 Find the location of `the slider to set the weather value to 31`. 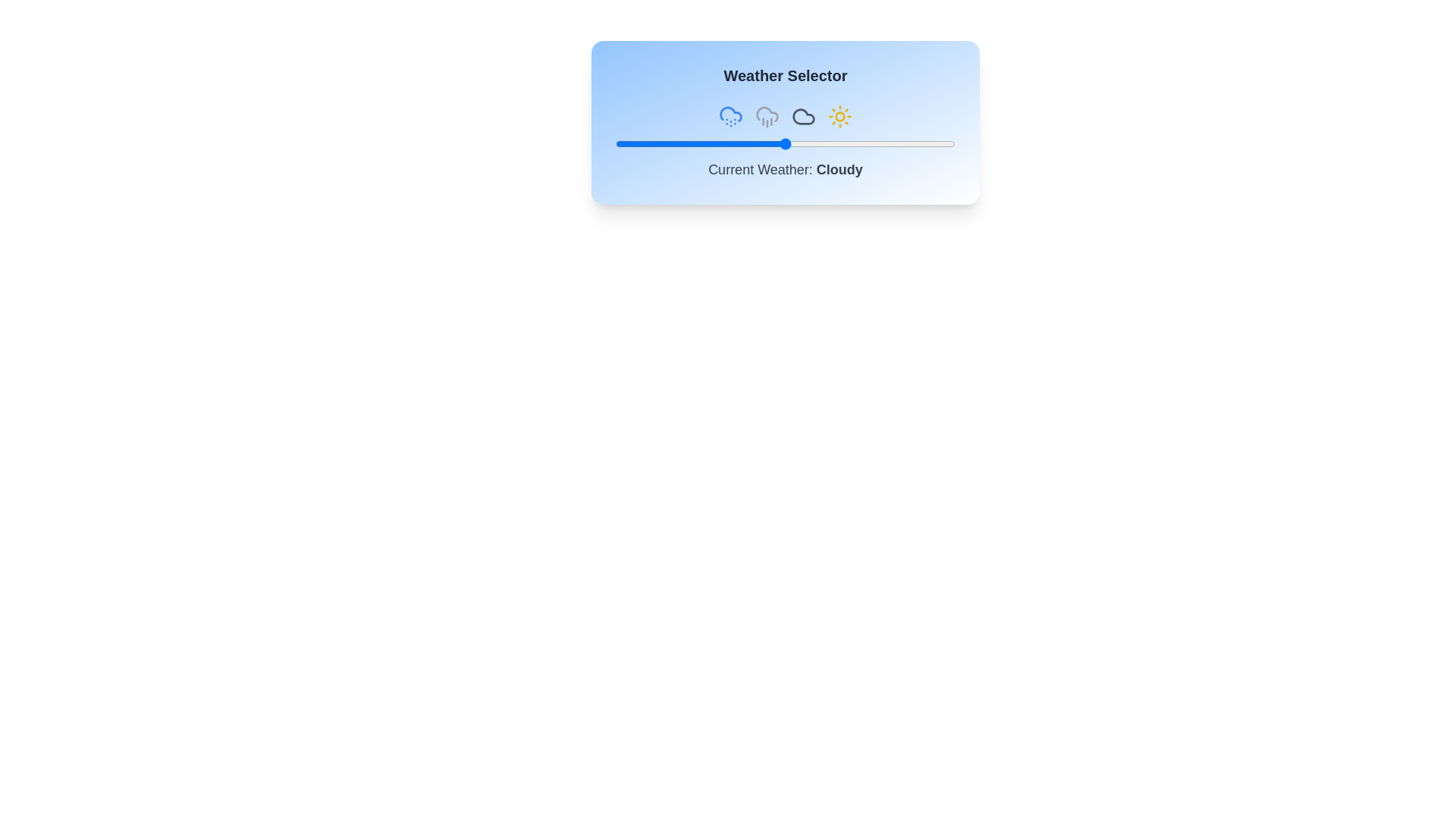

the slider to set the weather value to 31 is located at coordinates (720, 143).